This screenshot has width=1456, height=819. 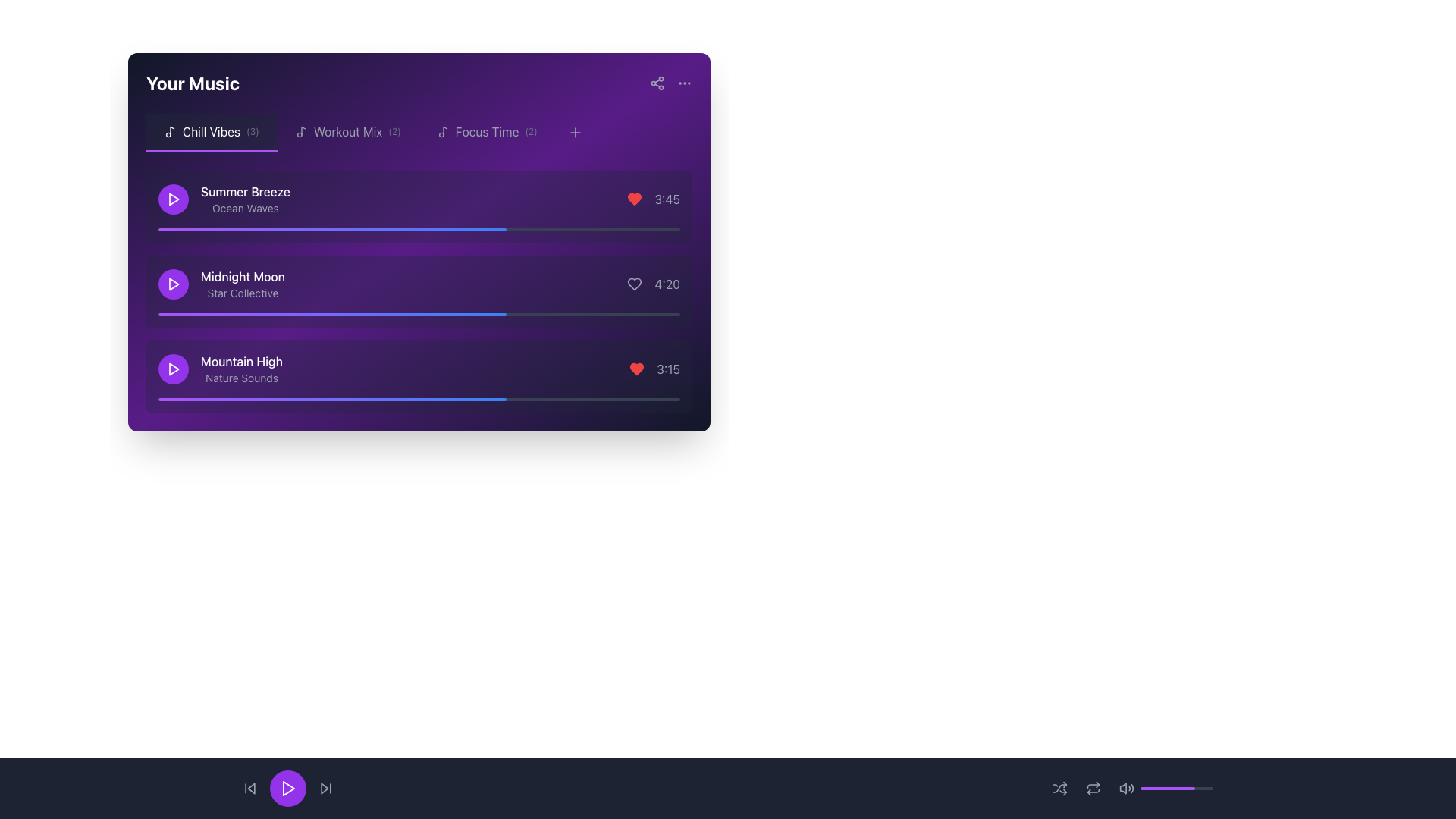 What do you see at coordinates (356, 230) in the screenshot?
I see `progress` at bounding box center [356, 230].